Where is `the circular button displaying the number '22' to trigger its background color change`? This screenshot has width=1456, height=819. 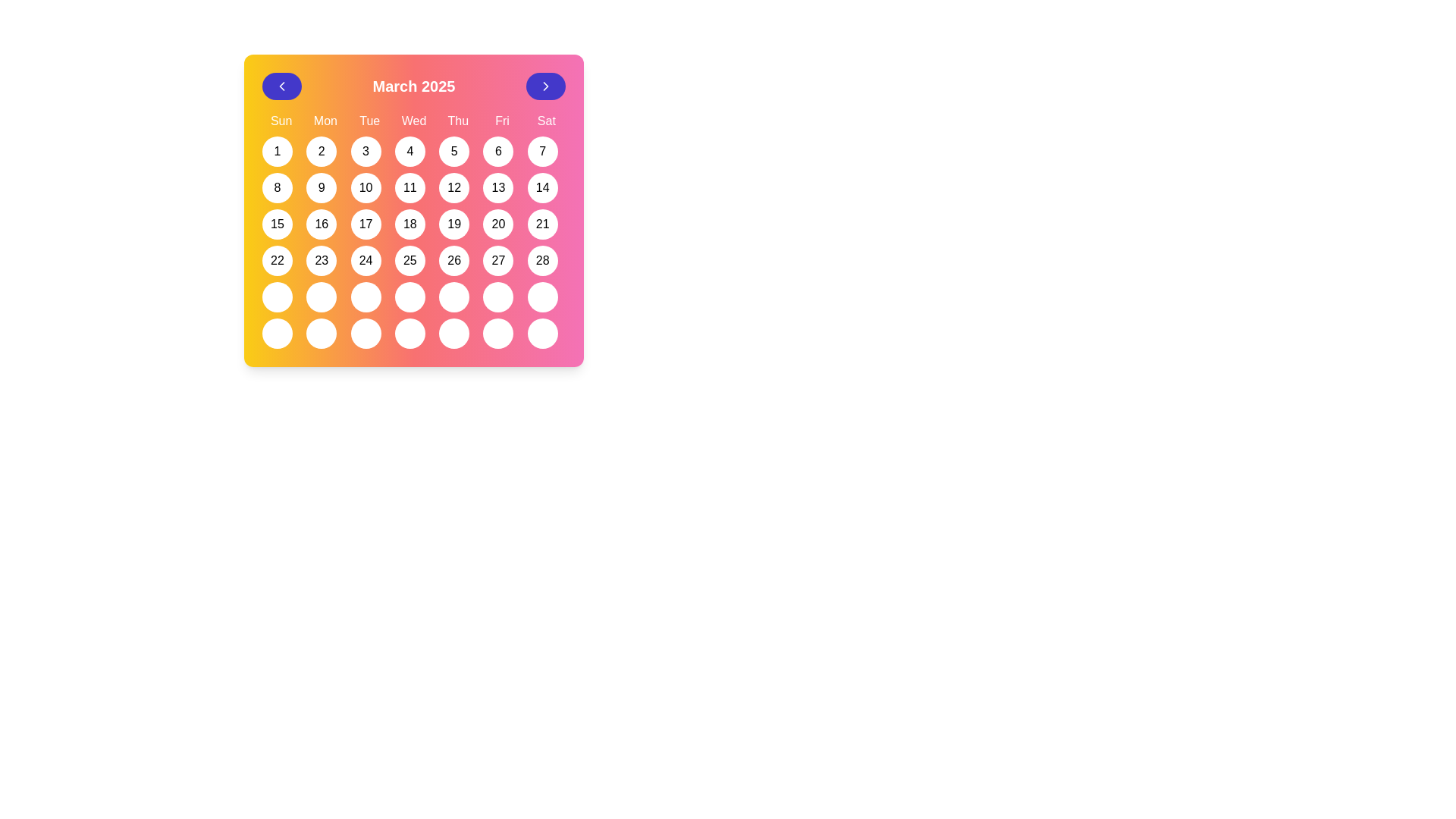
the circular button displaying the number '22' to trigger its background color change is located at coordinates (277, 259).